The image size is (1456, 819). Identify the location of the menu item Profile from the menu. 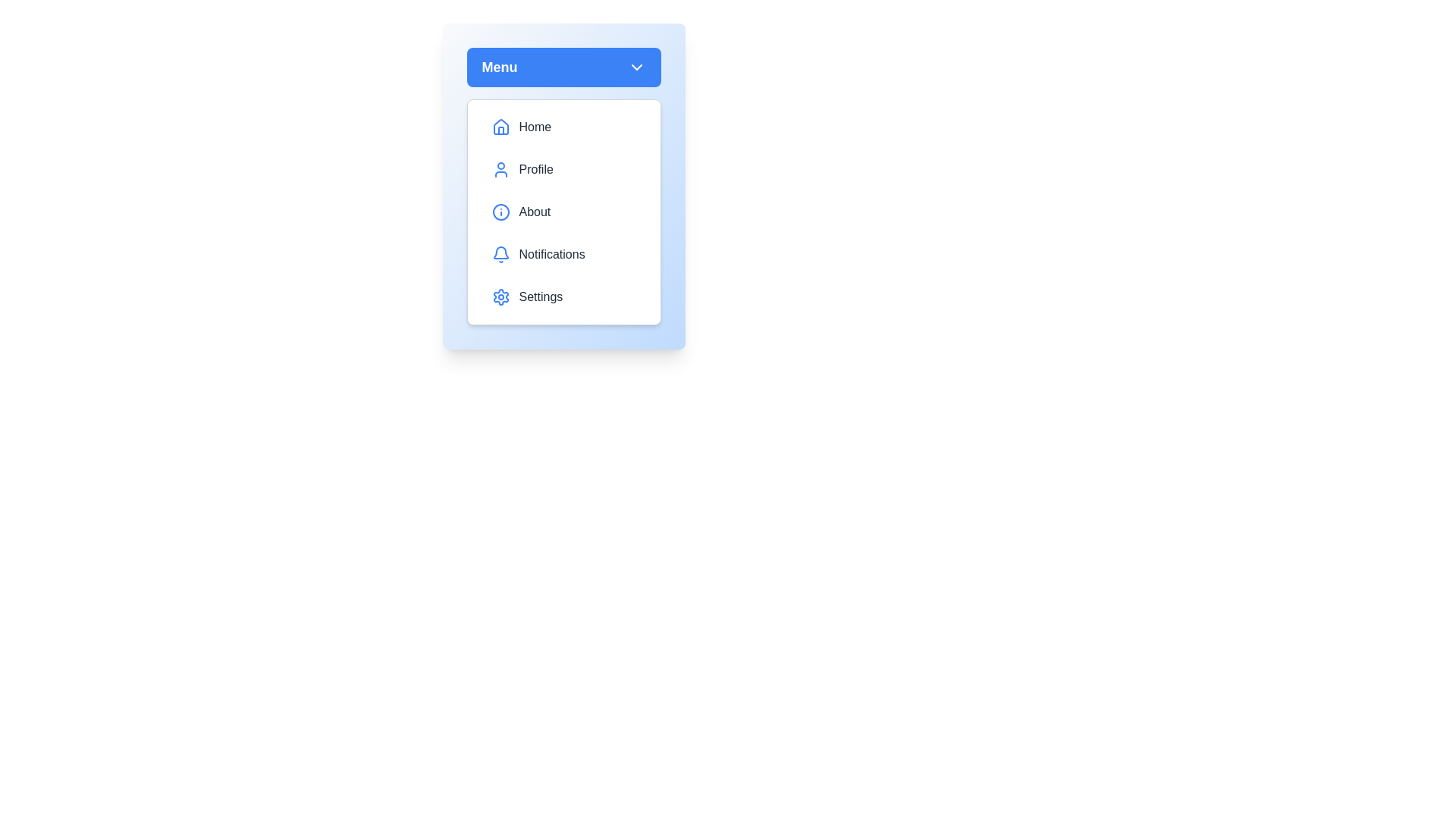
(563, 169).